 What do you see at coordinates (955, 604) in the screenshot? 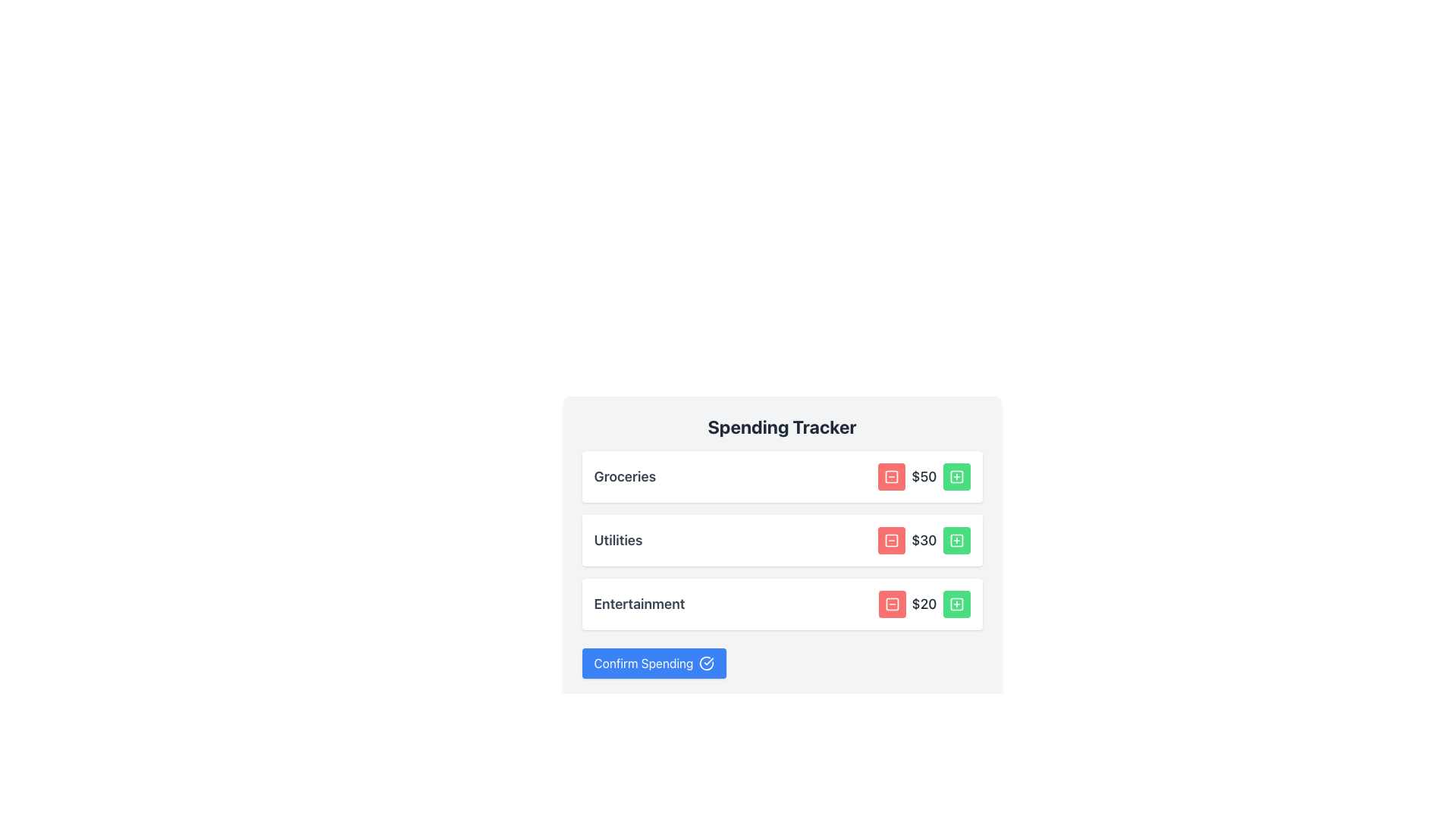
I see `the green rectangular button with rounded corners and an outlined plus sign in the center, located next to the displayed amount ('$20') in the 'Spending Tracker' section` at bounding box center [955, 604].